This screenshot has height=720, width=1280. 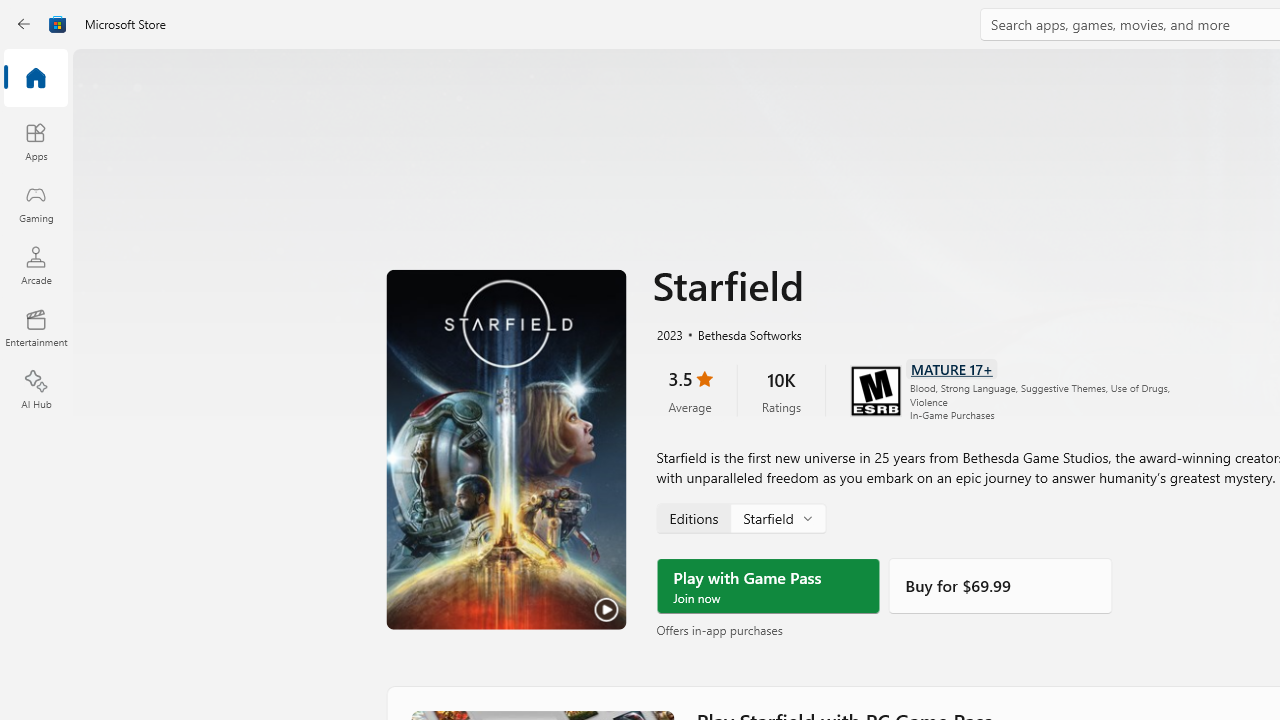 I want to click on 'Gaming', so click(x=35, y=203).